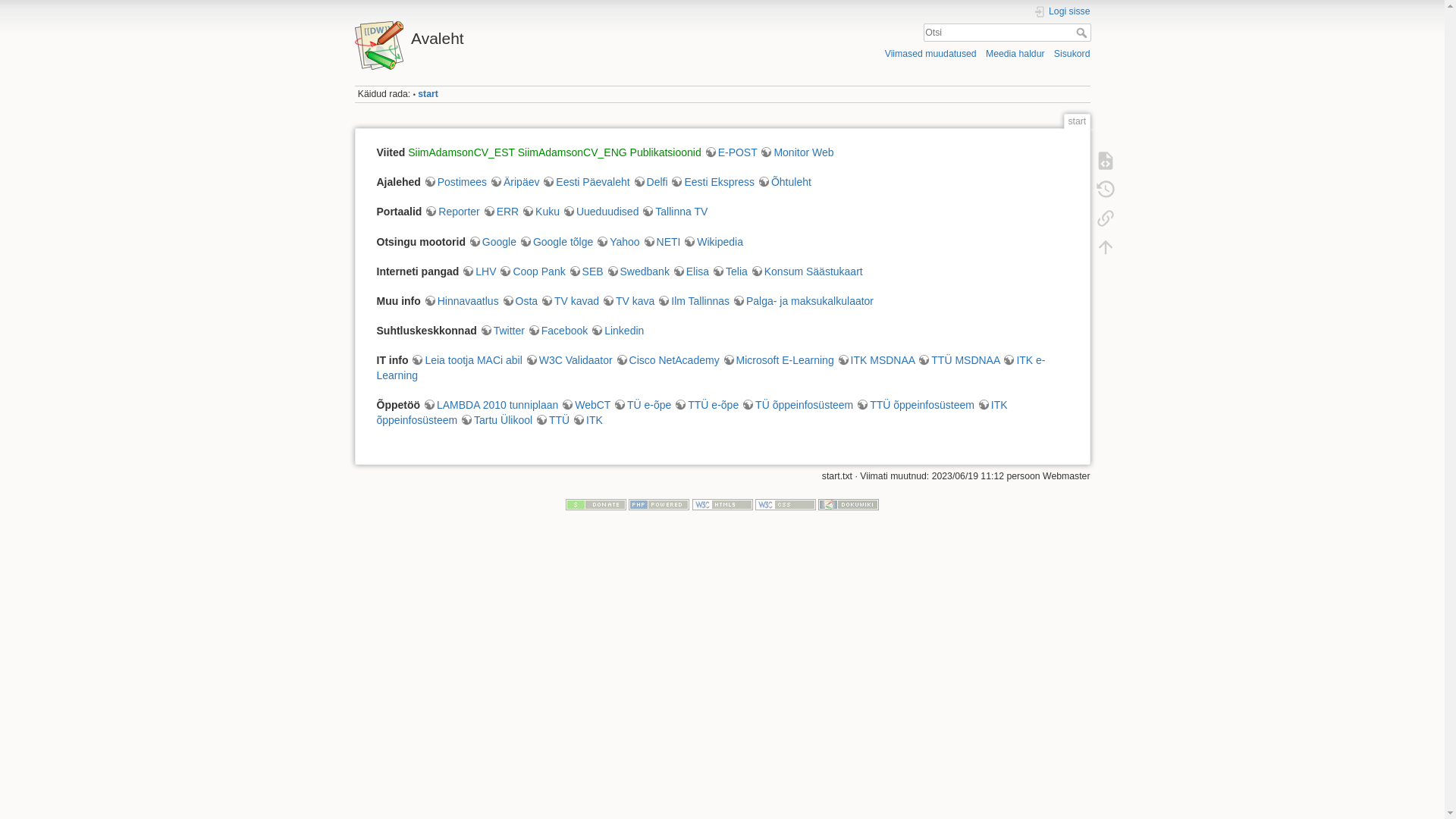 The height and width of the screenshot is (819, 1456). Describe the element at coordinates (711, 271) in the screenshot. I see `'Telia'` at that location.